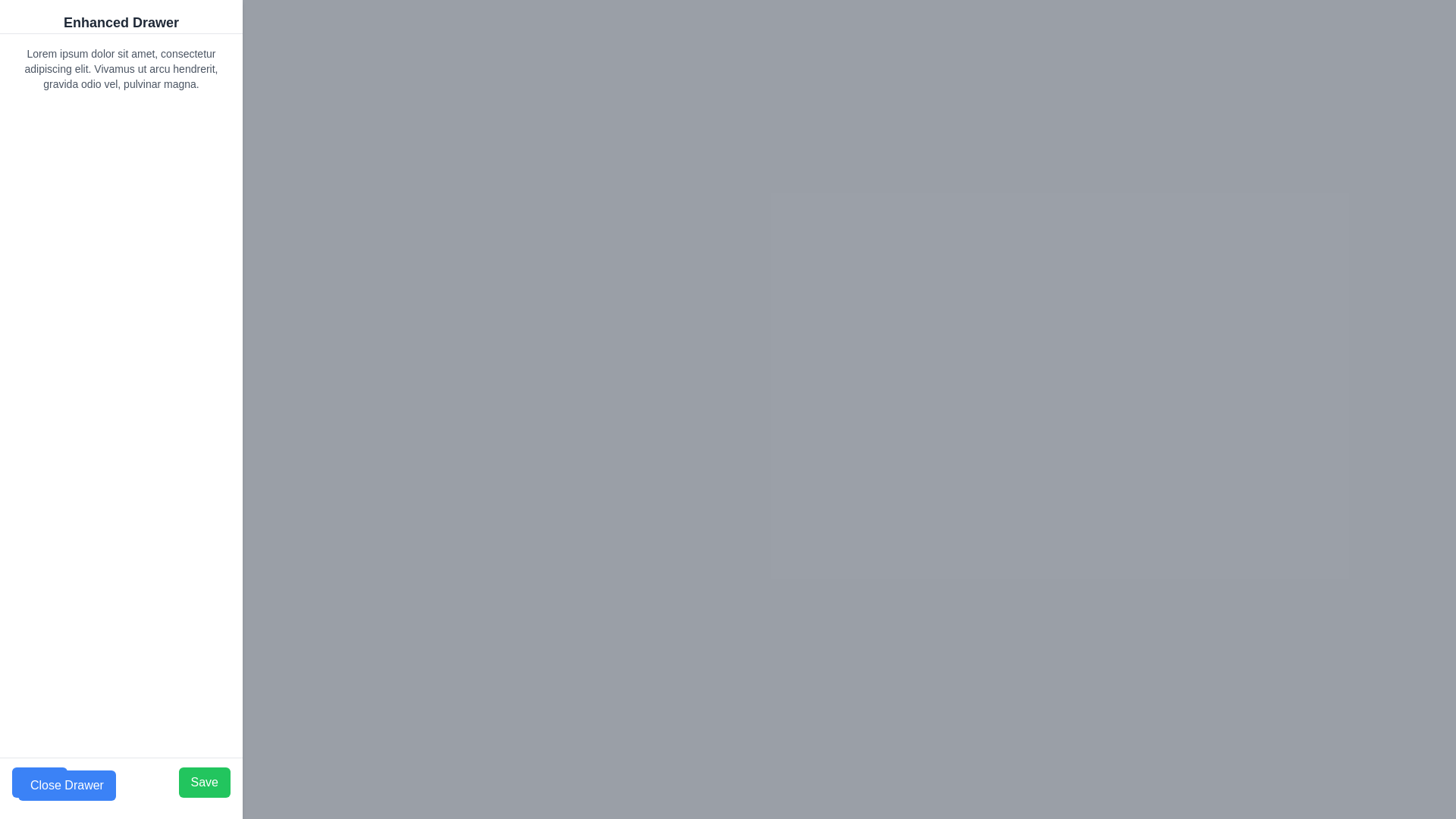 Image resolution: width=1456 pixels, height=819 pixels. I want to click on the close button located on the left side of the horizontal toolbar at the bottom of the interface, so click(39, 783).